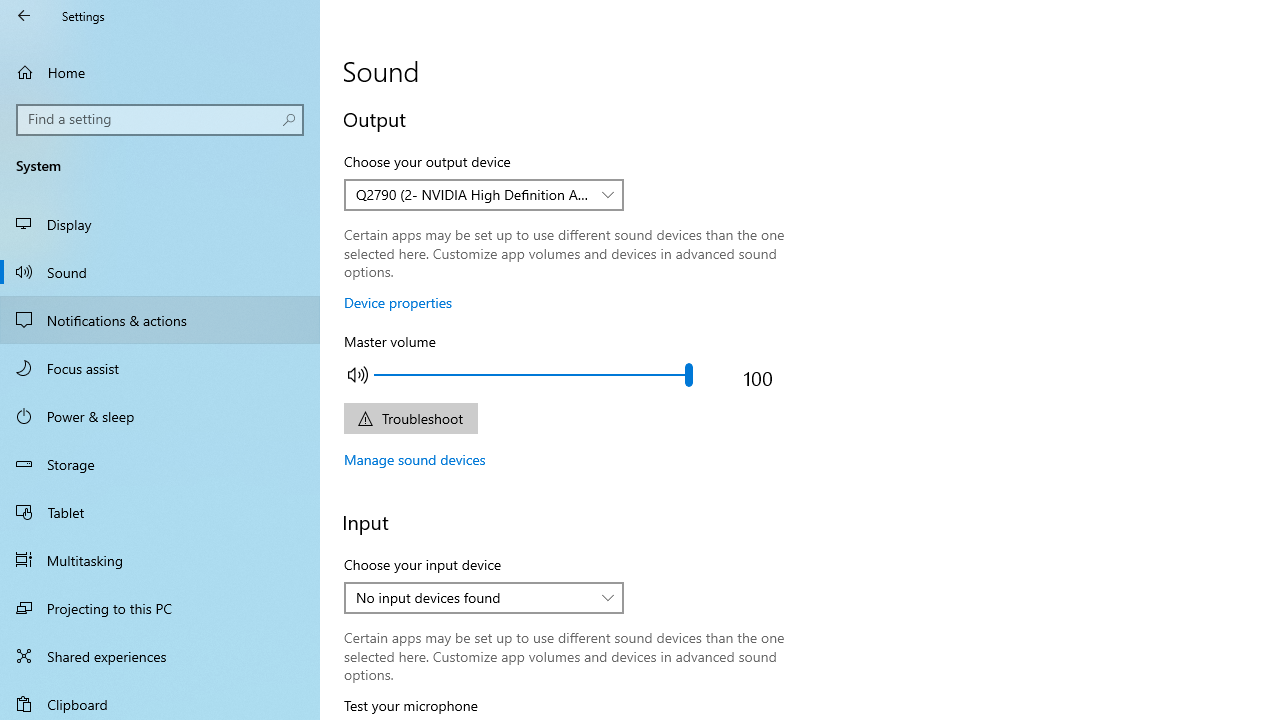  Describe the element at coordinates (472, 596) in the screenshot. I see `'No input devices found'` at that location.